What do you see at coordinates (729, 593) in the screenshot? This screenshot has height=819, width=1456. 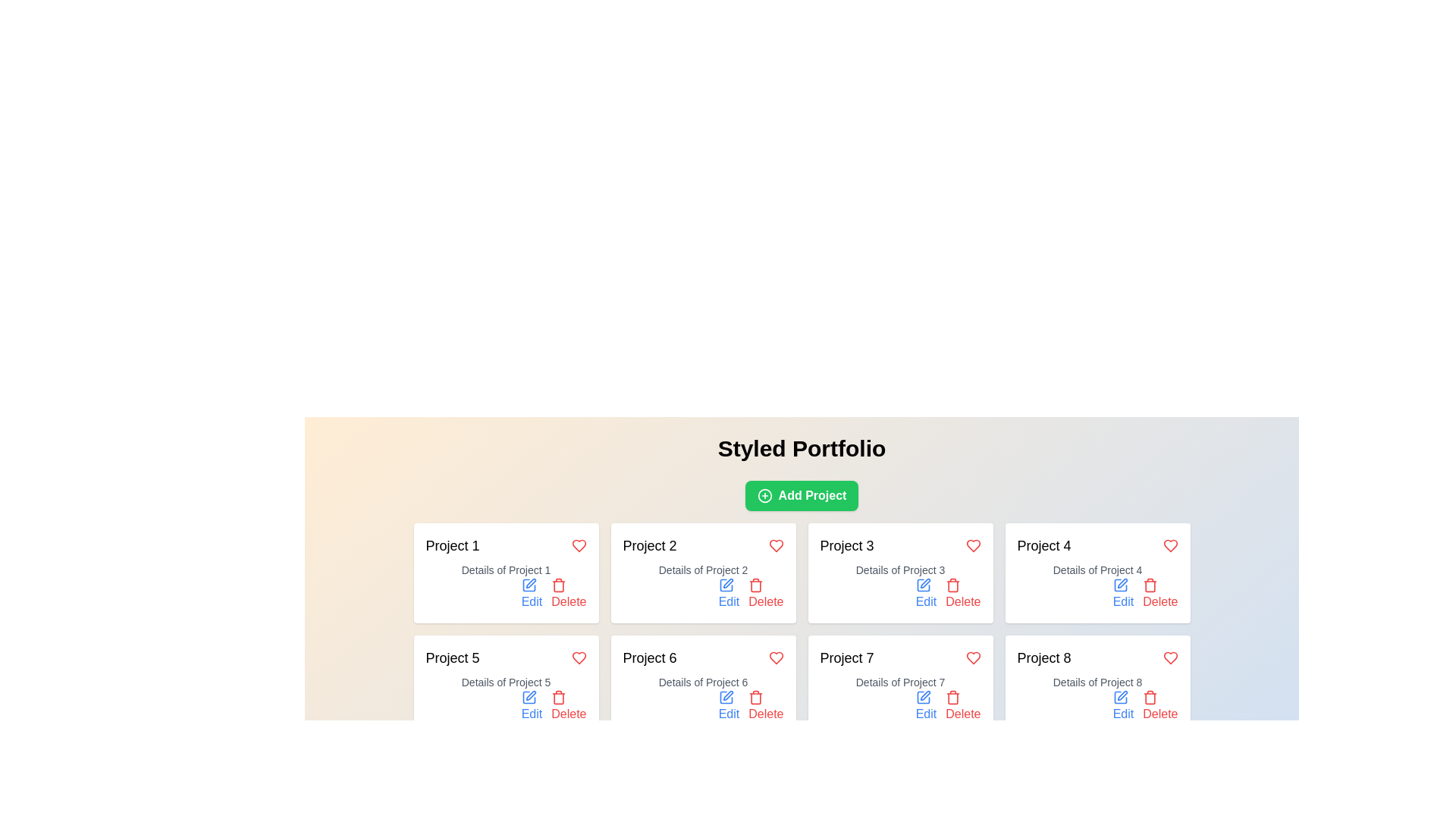 I see `the 'Edit' Link-button with a pen icon` at bounding box center [729, 593].